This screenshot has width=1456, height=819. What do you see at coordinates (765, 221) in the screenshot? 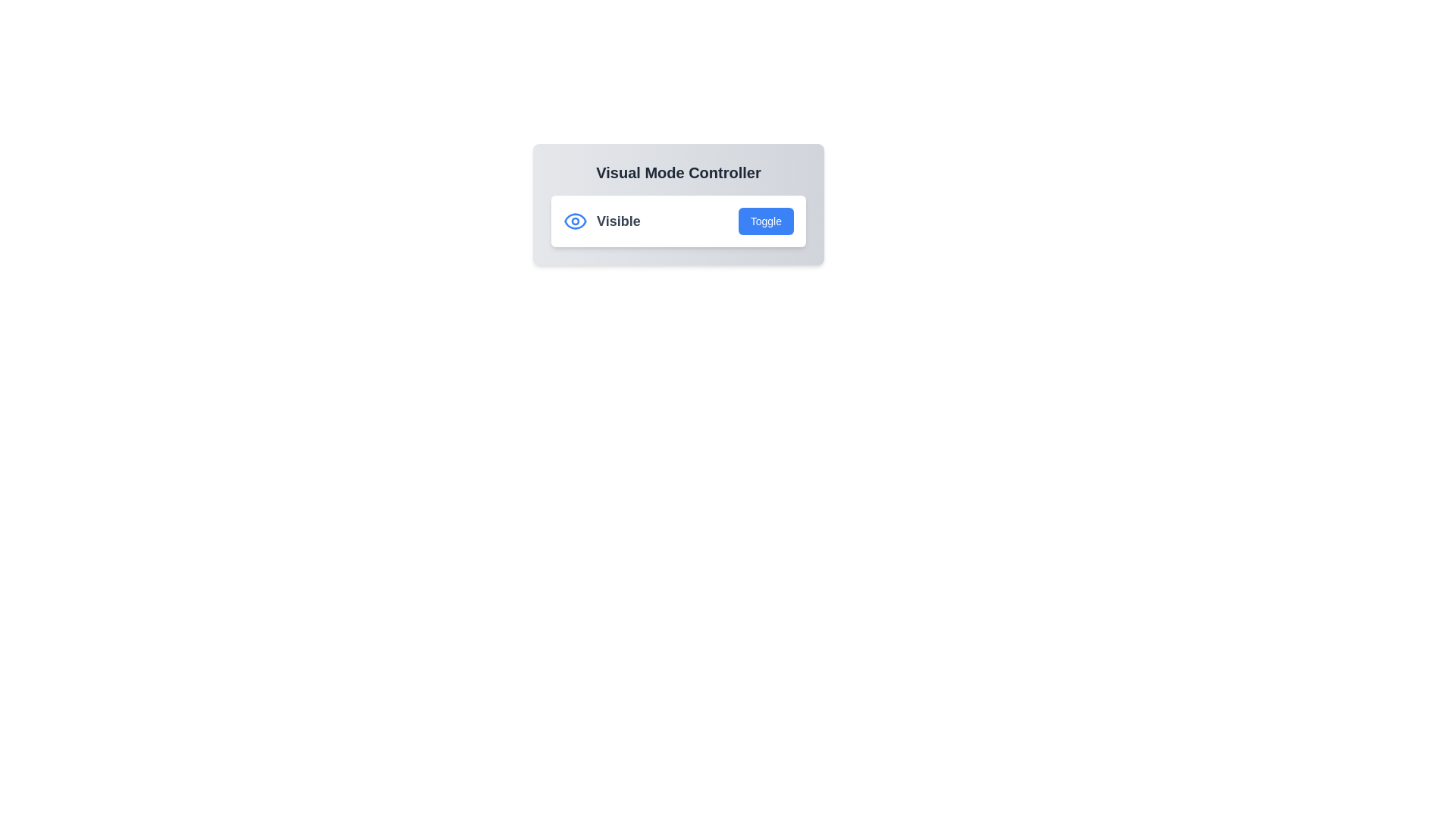
I see `toggle button to change the visibility state` at bounding box center [765, 221].